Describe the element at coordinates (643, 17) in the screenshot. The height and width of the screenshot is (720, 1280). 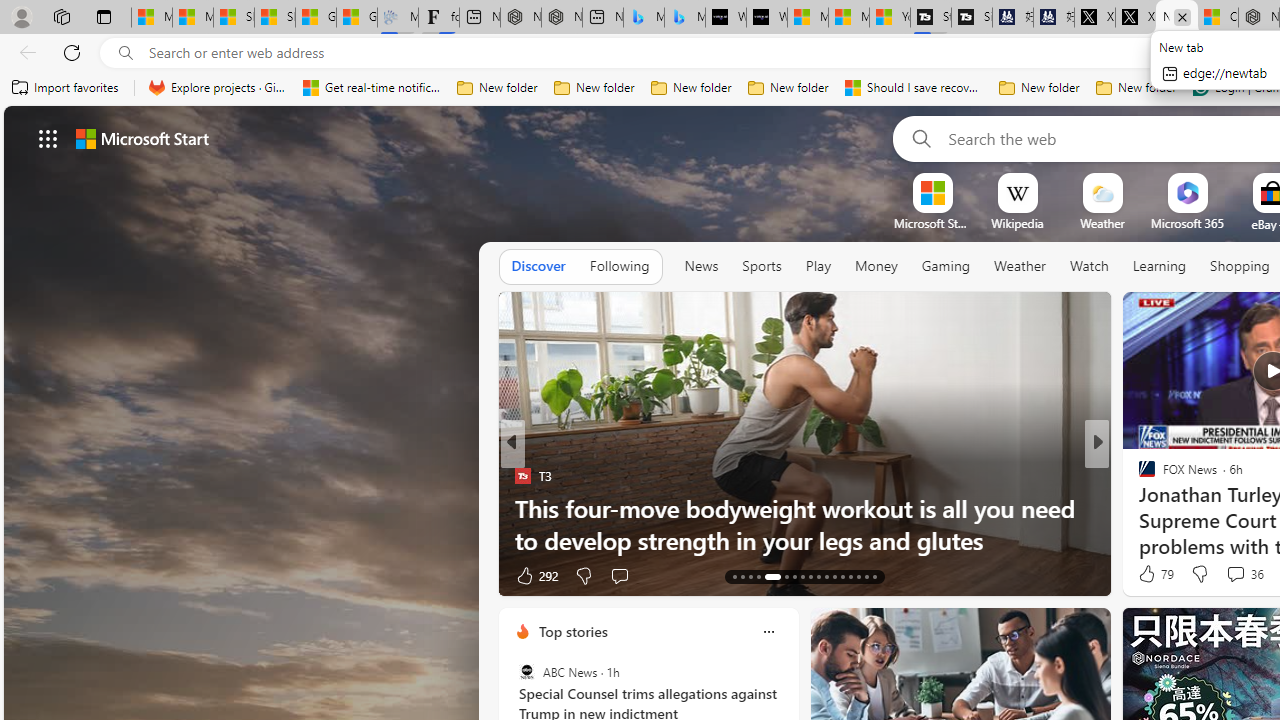
I see `'Microsoft Bing Travel - Stays in Bangkok, Bangkok, Thailand'` at that location.